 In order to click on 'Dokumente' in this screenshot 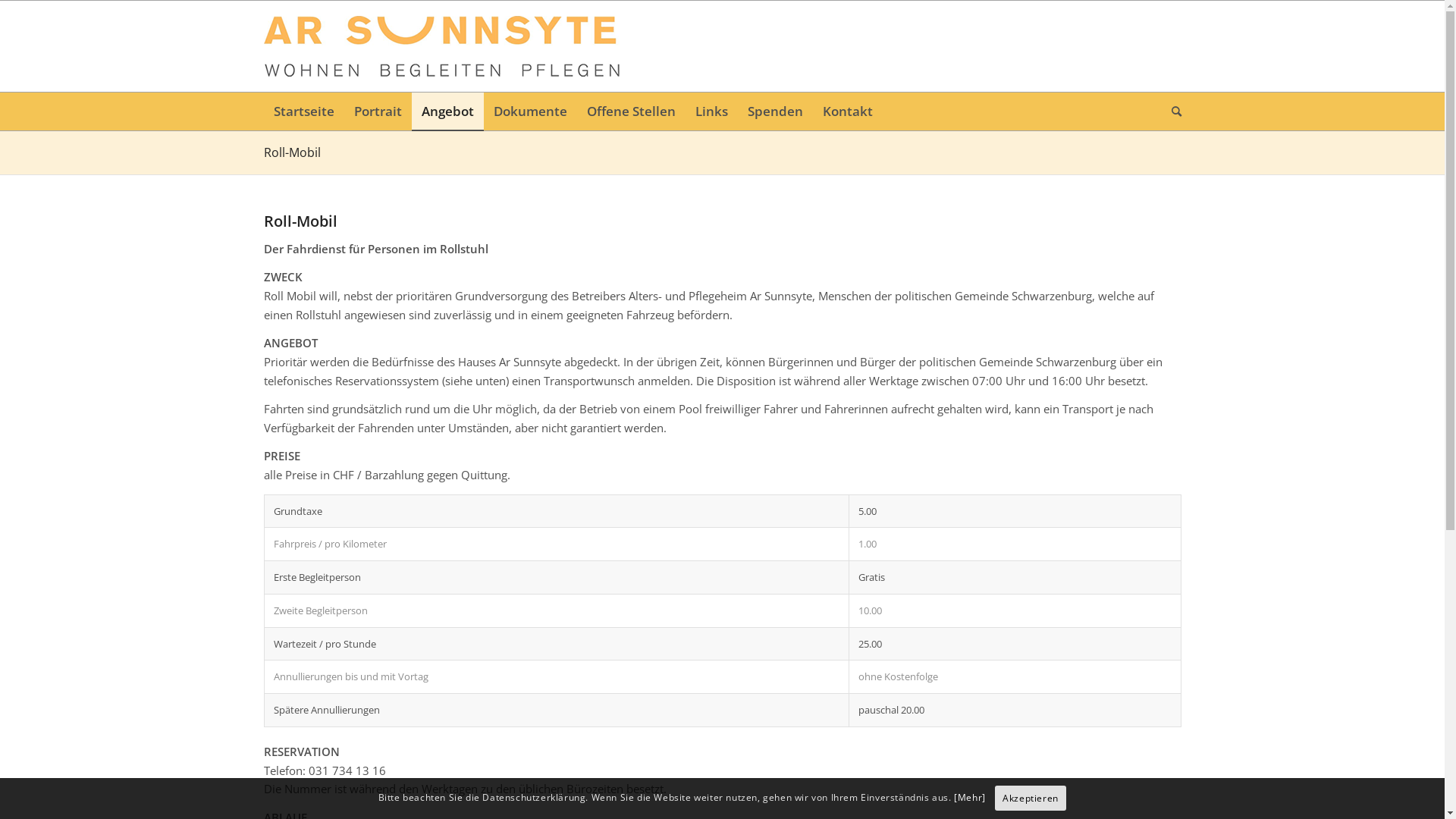, I will do `click(483, 110)`.